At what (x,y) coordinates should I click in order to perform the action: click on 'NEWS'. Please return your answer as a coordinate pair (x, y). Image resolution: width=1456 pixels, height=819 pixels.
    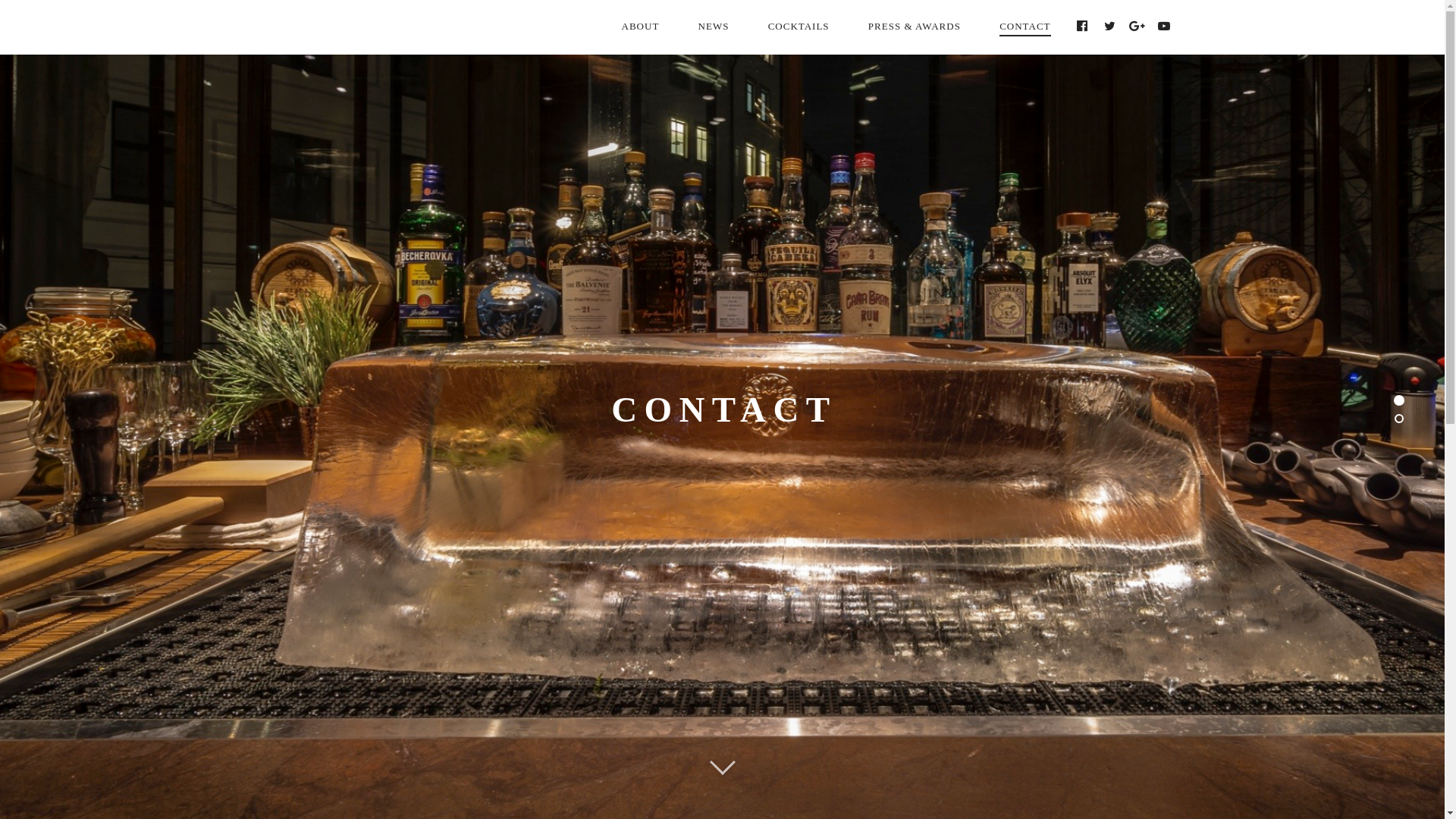
    Looking at the image, I should click on (713, 26).